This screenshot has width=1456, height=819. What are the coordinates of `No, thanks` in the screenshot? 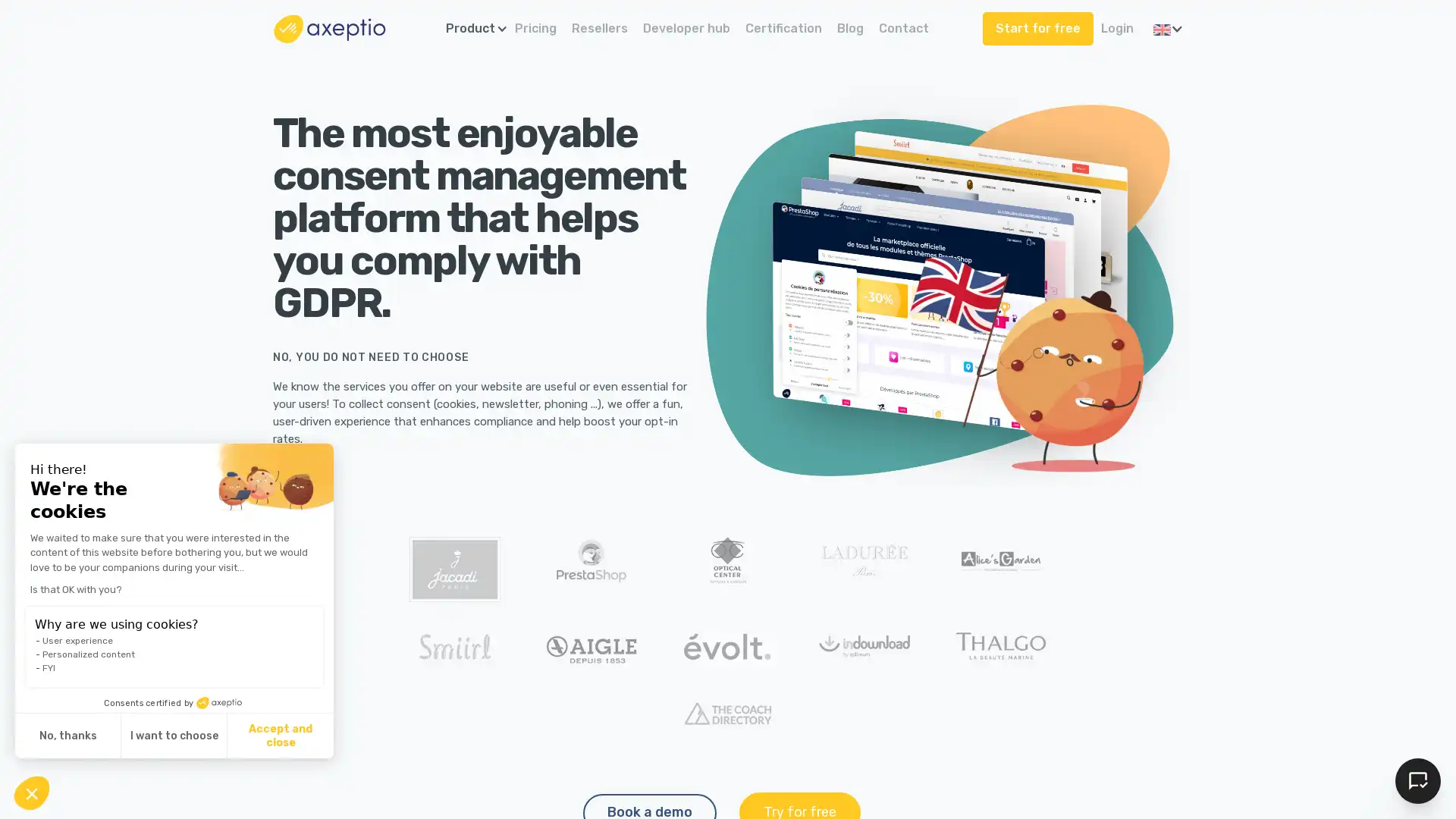 It's located at (67, 735).